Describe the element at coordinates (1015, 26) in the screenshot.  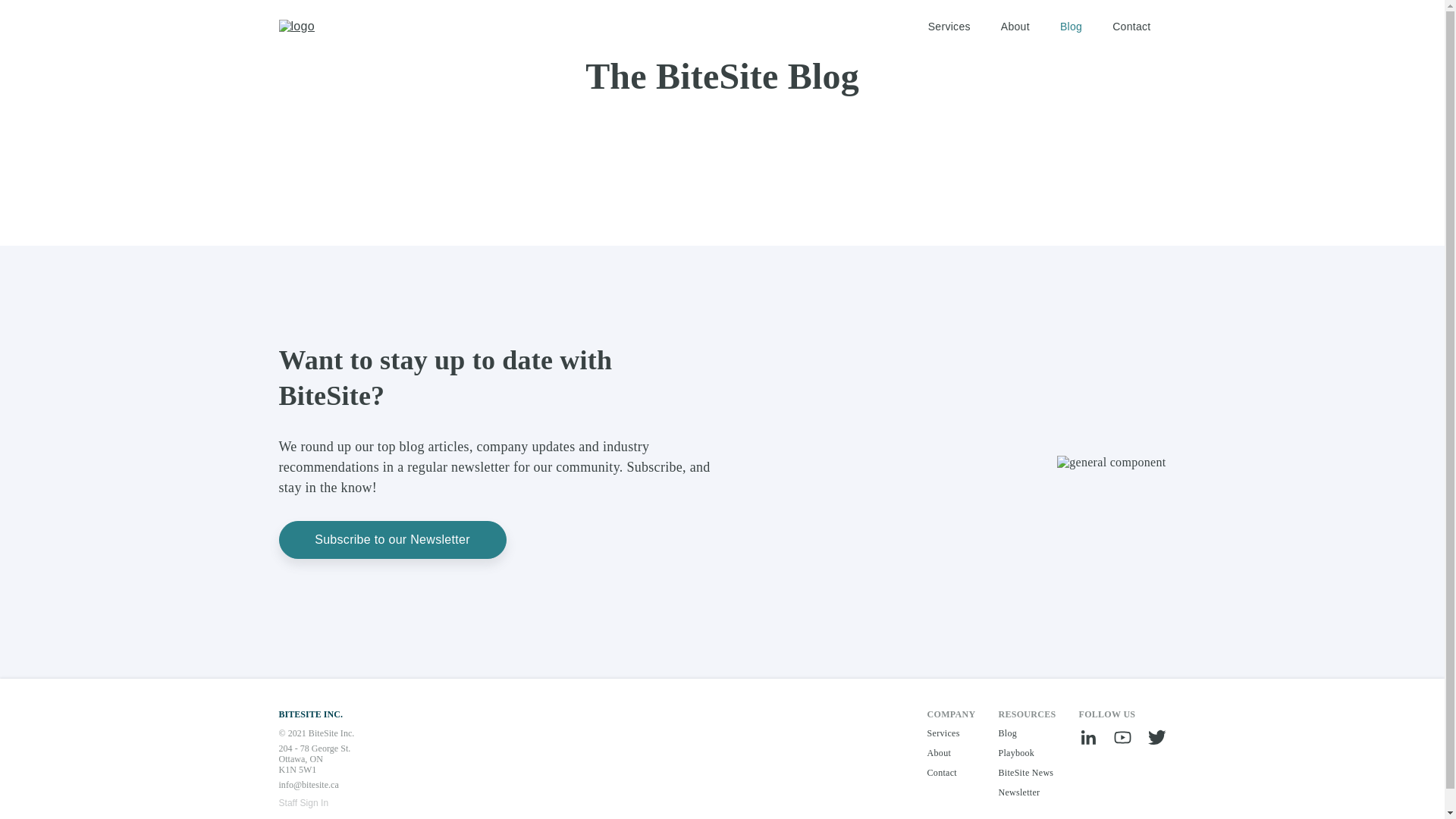
I see `'About'` at that location.